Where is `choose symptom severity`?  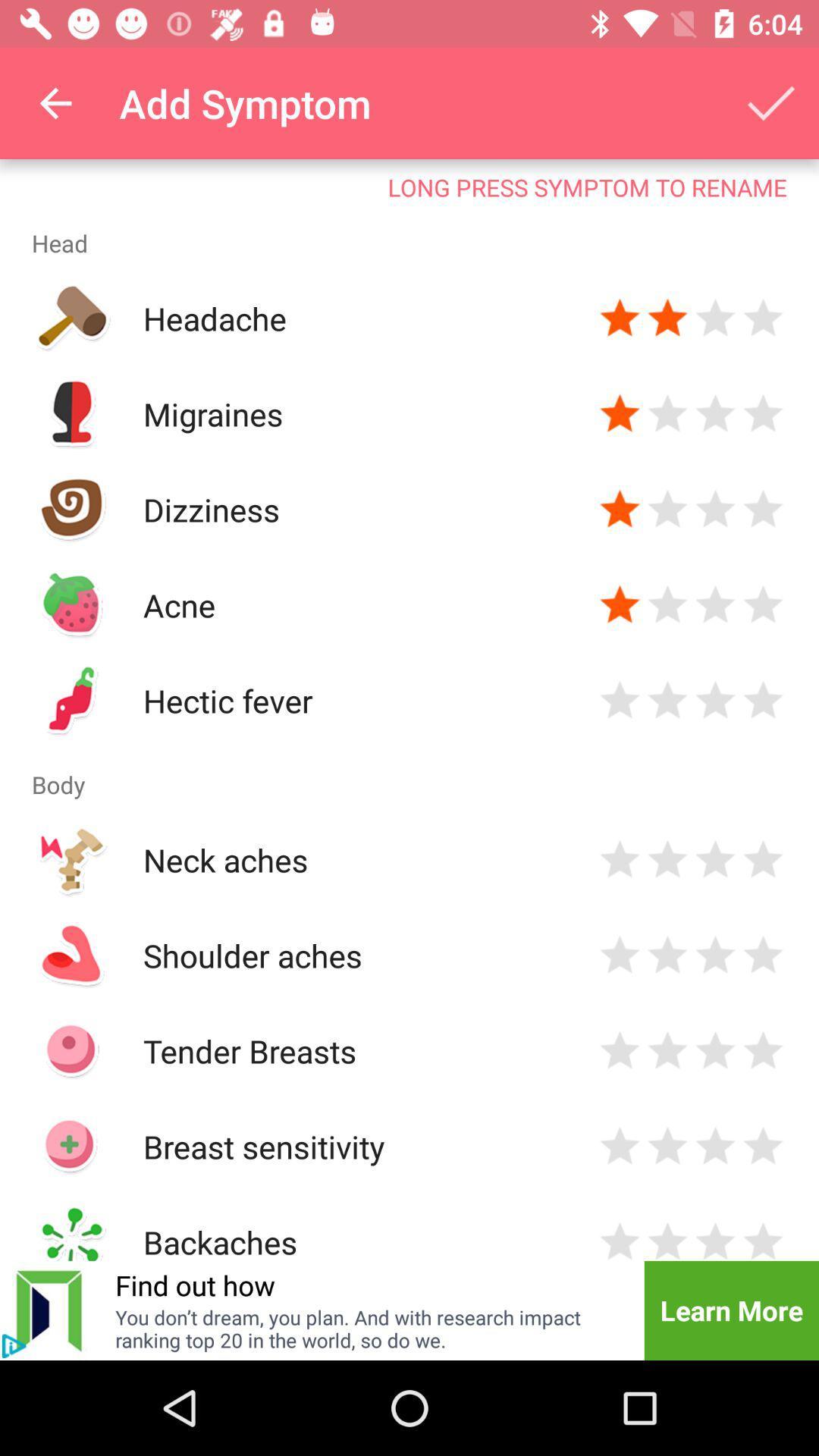 choose symptom severity is located at coordinates (715, 510).